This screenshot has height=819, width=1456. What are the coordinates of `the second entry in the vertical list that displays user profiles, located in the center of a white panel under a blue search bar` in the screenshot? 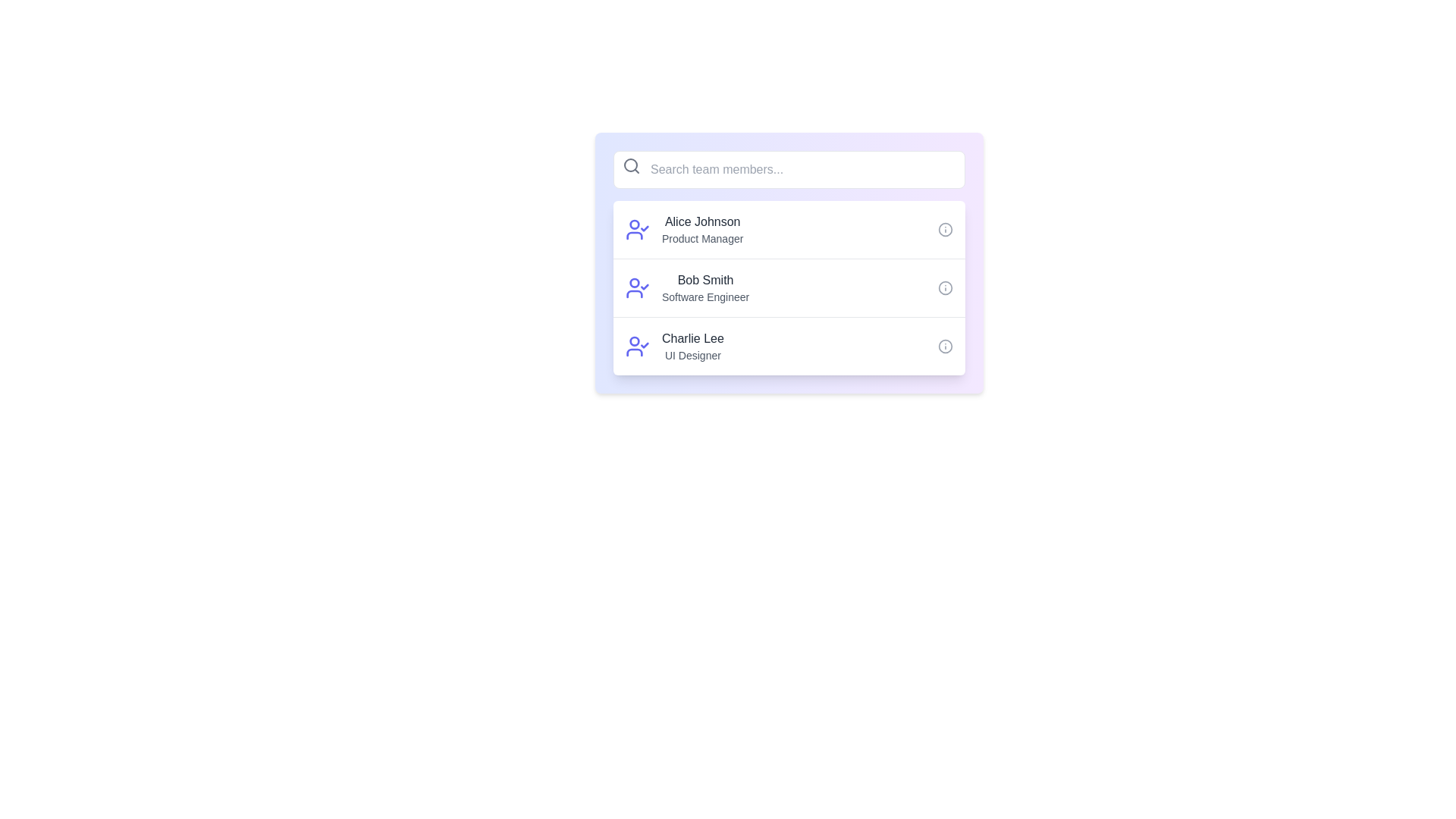 It's located at (789, 287).